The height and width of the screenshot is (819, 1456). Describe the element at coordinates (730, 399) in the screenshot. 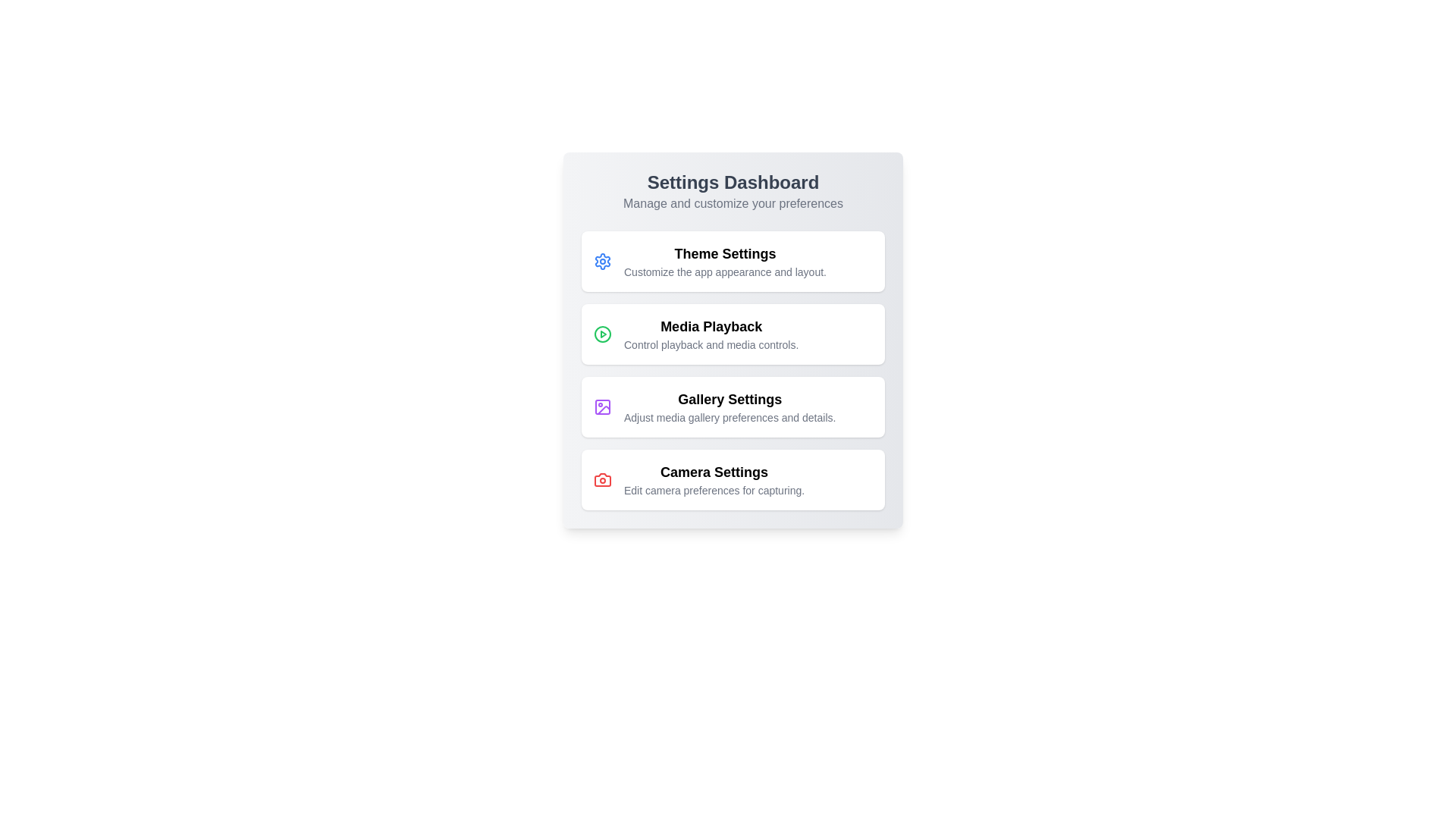

I see `the Text Label indicating 'Gallery Settings', which serves as a title for the section providing context about media gallery preferences` at that location.